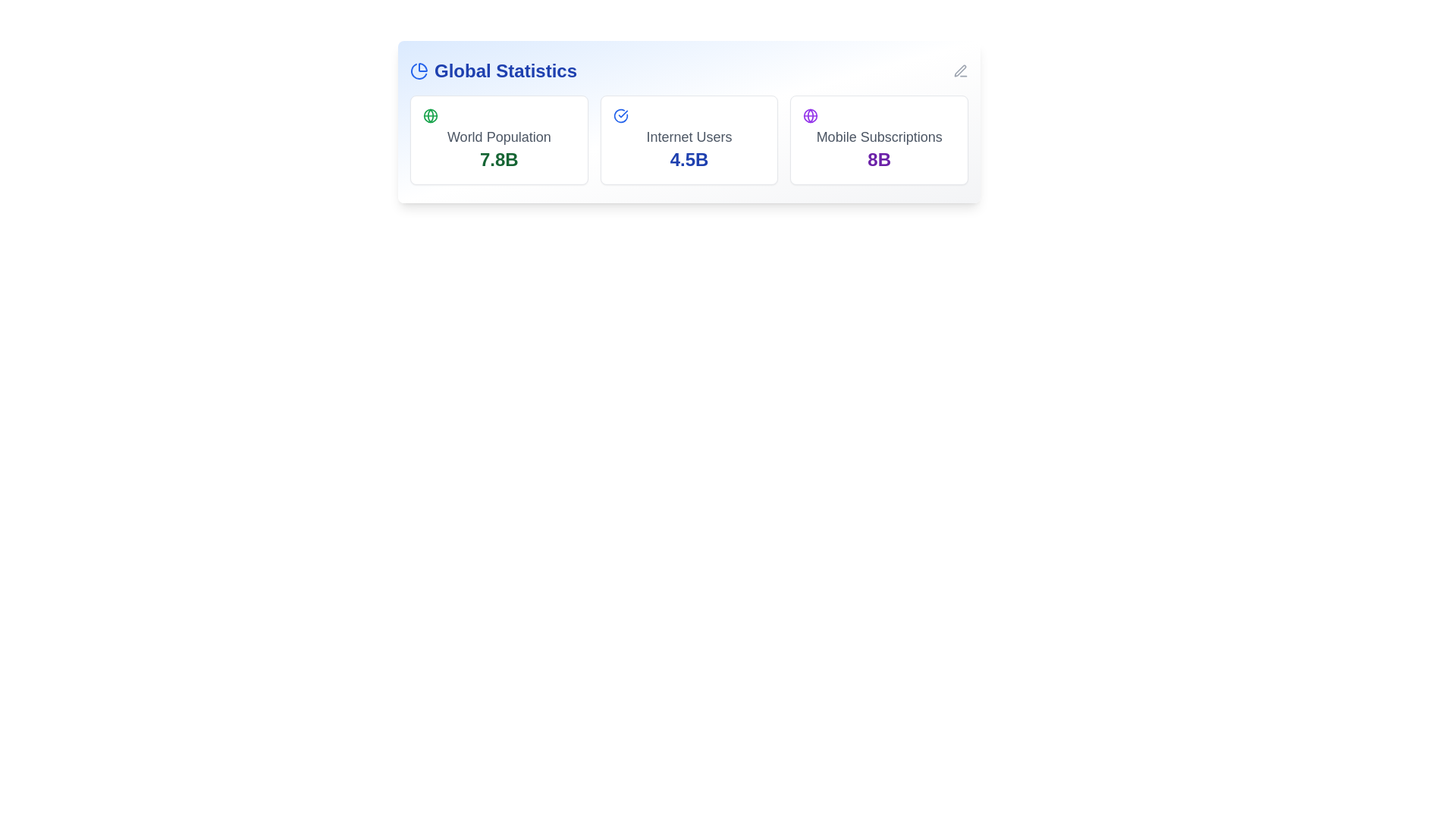 Image resolution: width=1456 pixels, height=819 pixels. I want to click on the Text Display that shows the total number of Internet users globally, located under the 'Internet Users' label in the middle section of the row, so click(688, 160).